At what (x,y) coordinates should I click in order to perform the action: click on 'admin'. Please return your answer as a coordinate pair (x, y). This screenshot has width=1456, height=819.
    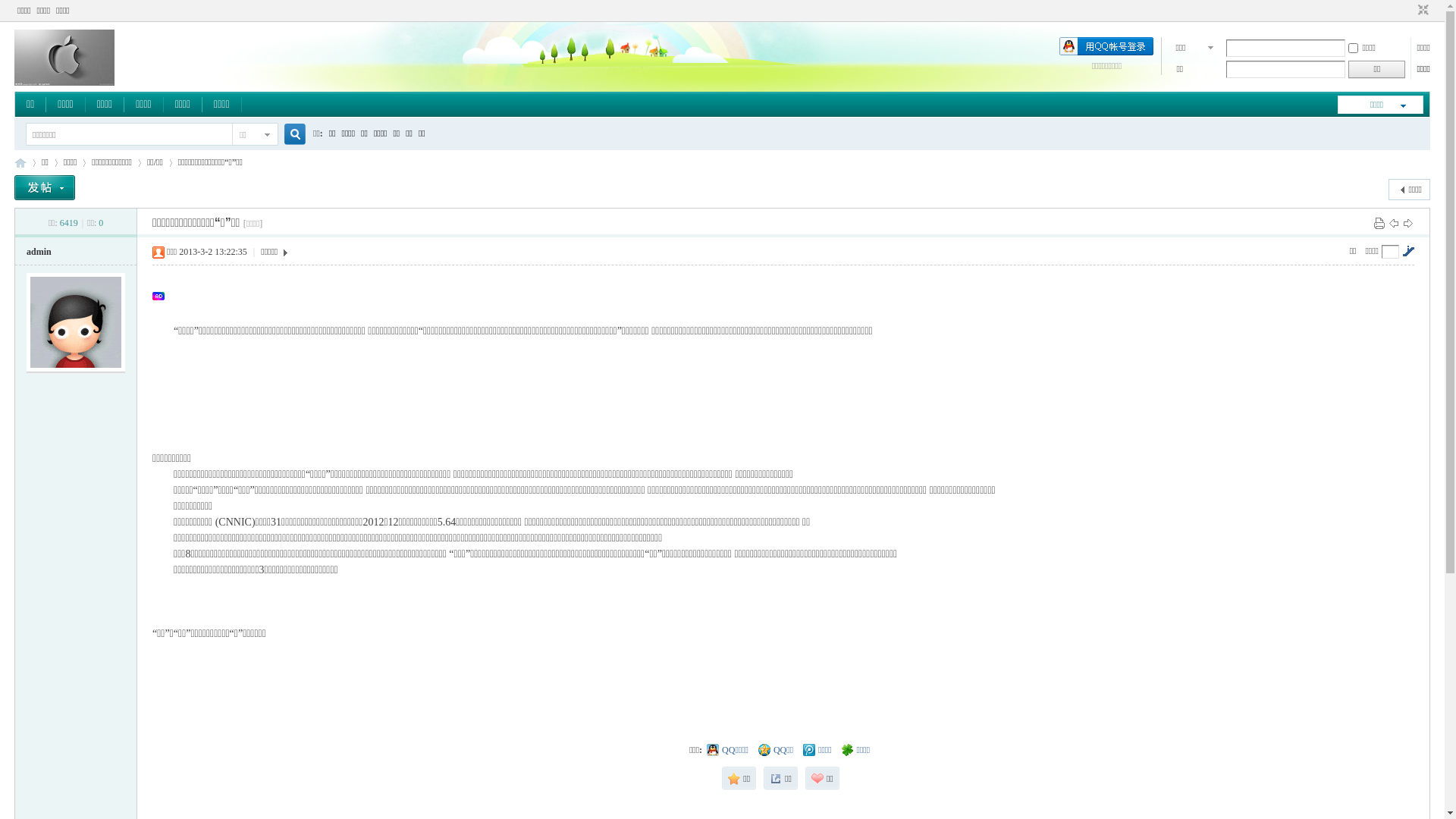
    Looking at the image, I should click on (26, 250).